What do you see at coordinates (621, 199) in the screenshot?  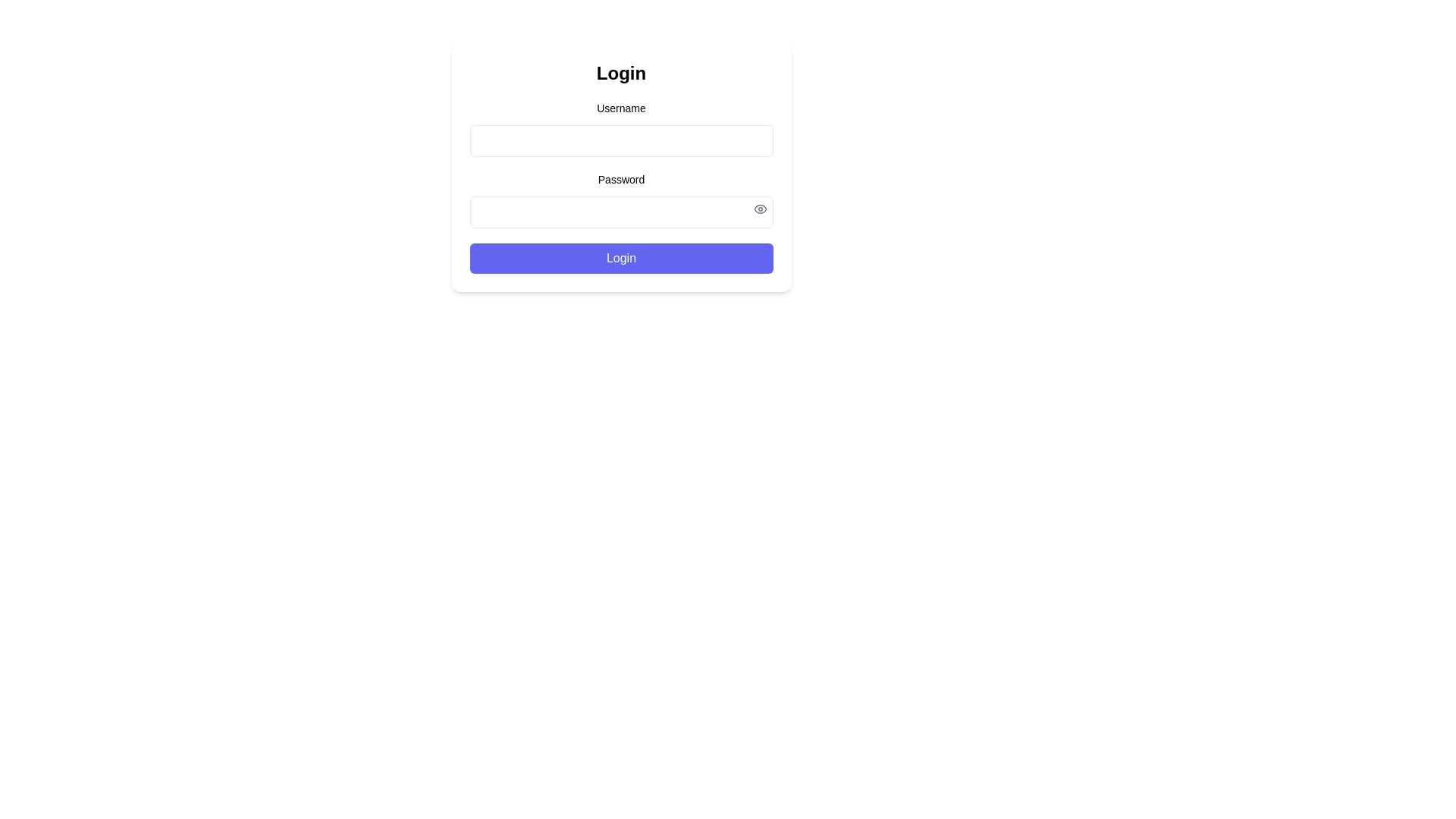 I see `the password input field to focus it, which is centrally positioned below the Username field and above the Login button in the Login dialog box` at bounding box center [621, 199].